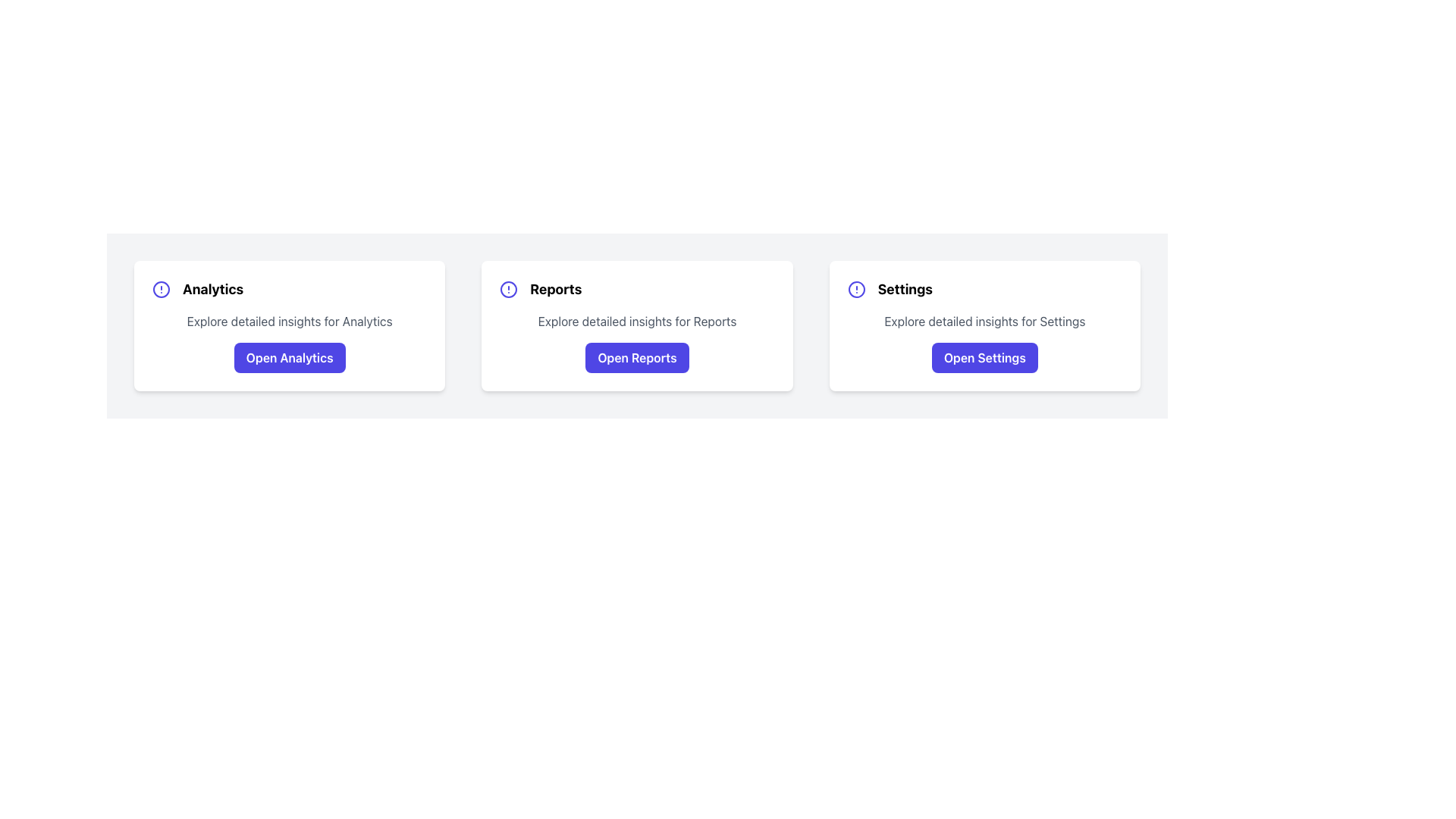  What do you see at coordinates (856, 289) in the screenshot?
I see `the notification icon located in the top-left corner of the 'Settings' card, which serves as an alert indicator` at bounding box center [856, 289].